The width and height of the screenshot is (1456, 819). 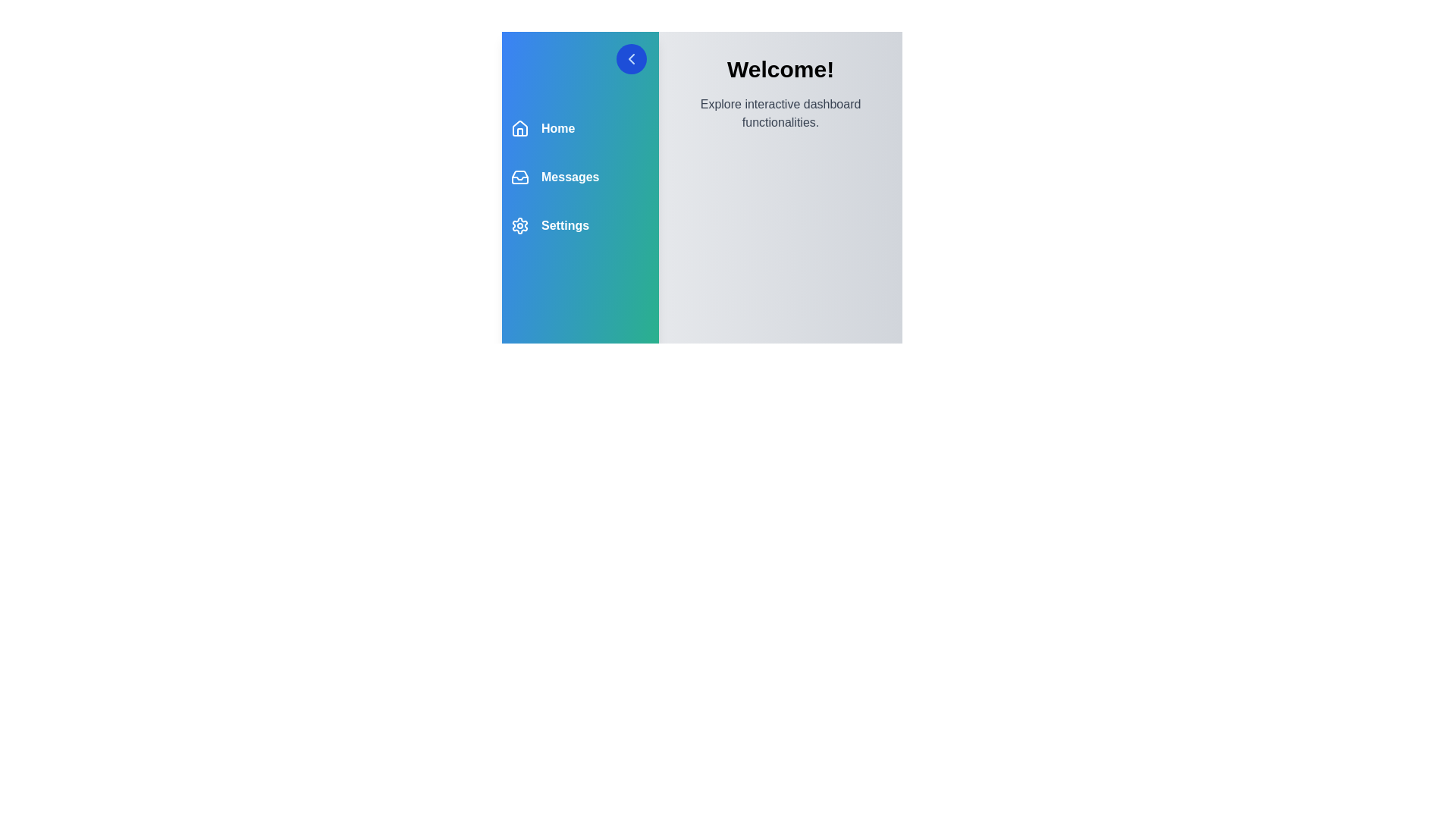 What do you see at coordinates (520, 177) in the screenshot?
I see `the sidebar menu icon that resembles a box with an opening at the top, located next to the 'Messages' label` at bounding box center [520, 177].